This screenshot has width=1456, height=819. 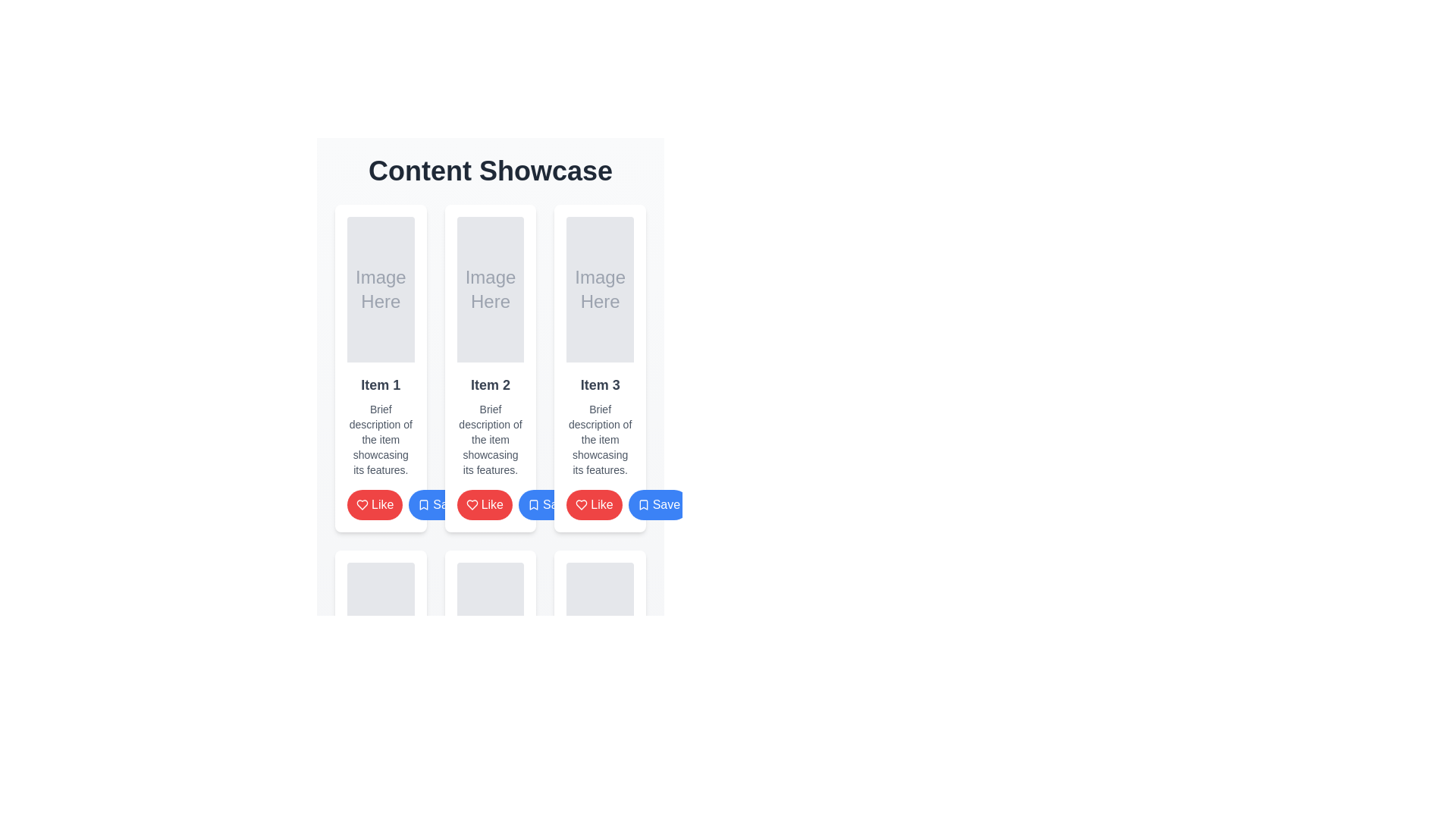 What do you see at coordinates (471, 505) in the screenshot?
I see `the heart icon representing the 'Like' button located in the lower section of the second item card, positioned second from the left and near the 'Save' button` at bounding box center [471, 505].